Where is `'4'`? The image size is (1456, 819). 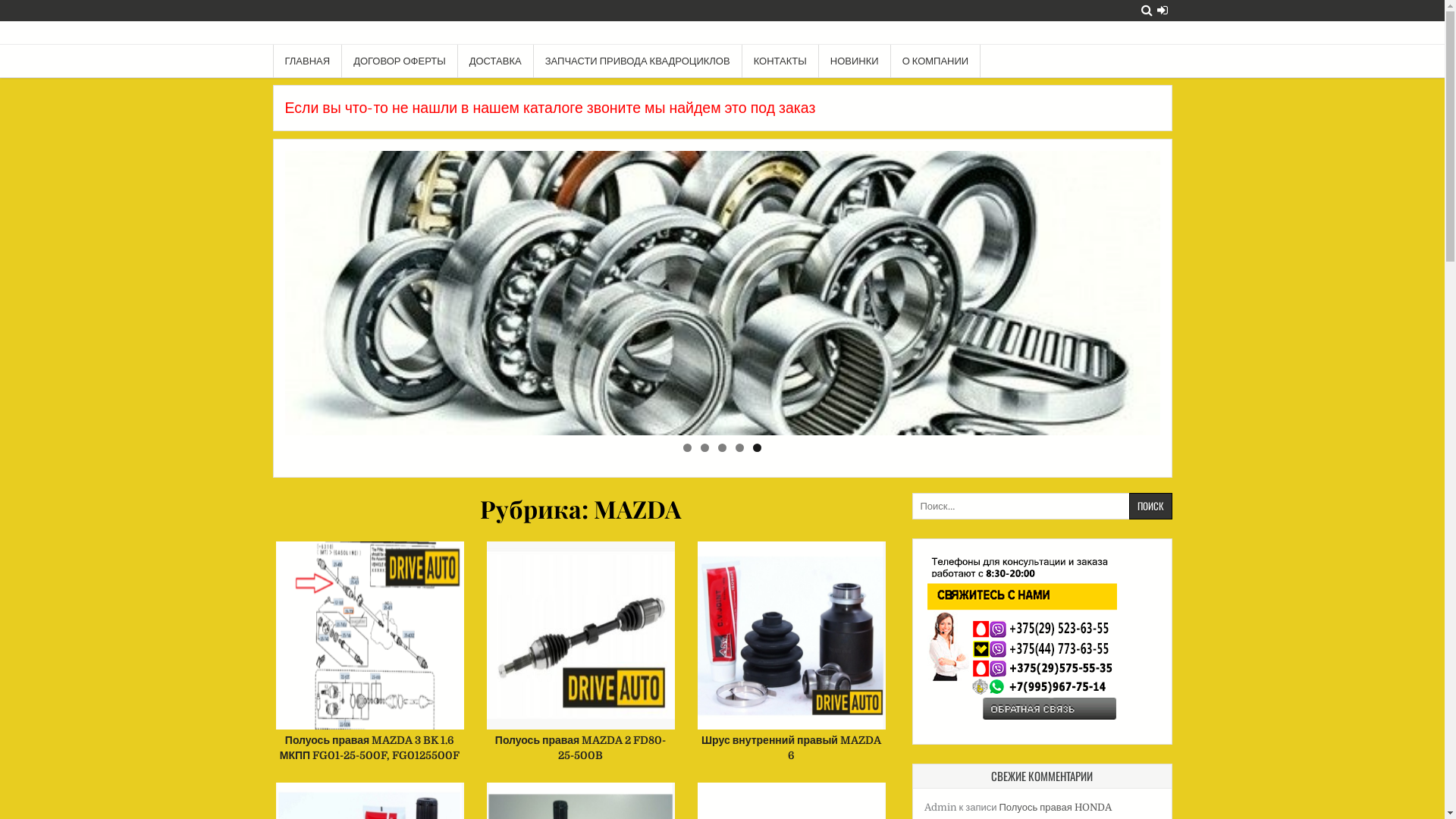 '4' is located at coordinates (735, 447).